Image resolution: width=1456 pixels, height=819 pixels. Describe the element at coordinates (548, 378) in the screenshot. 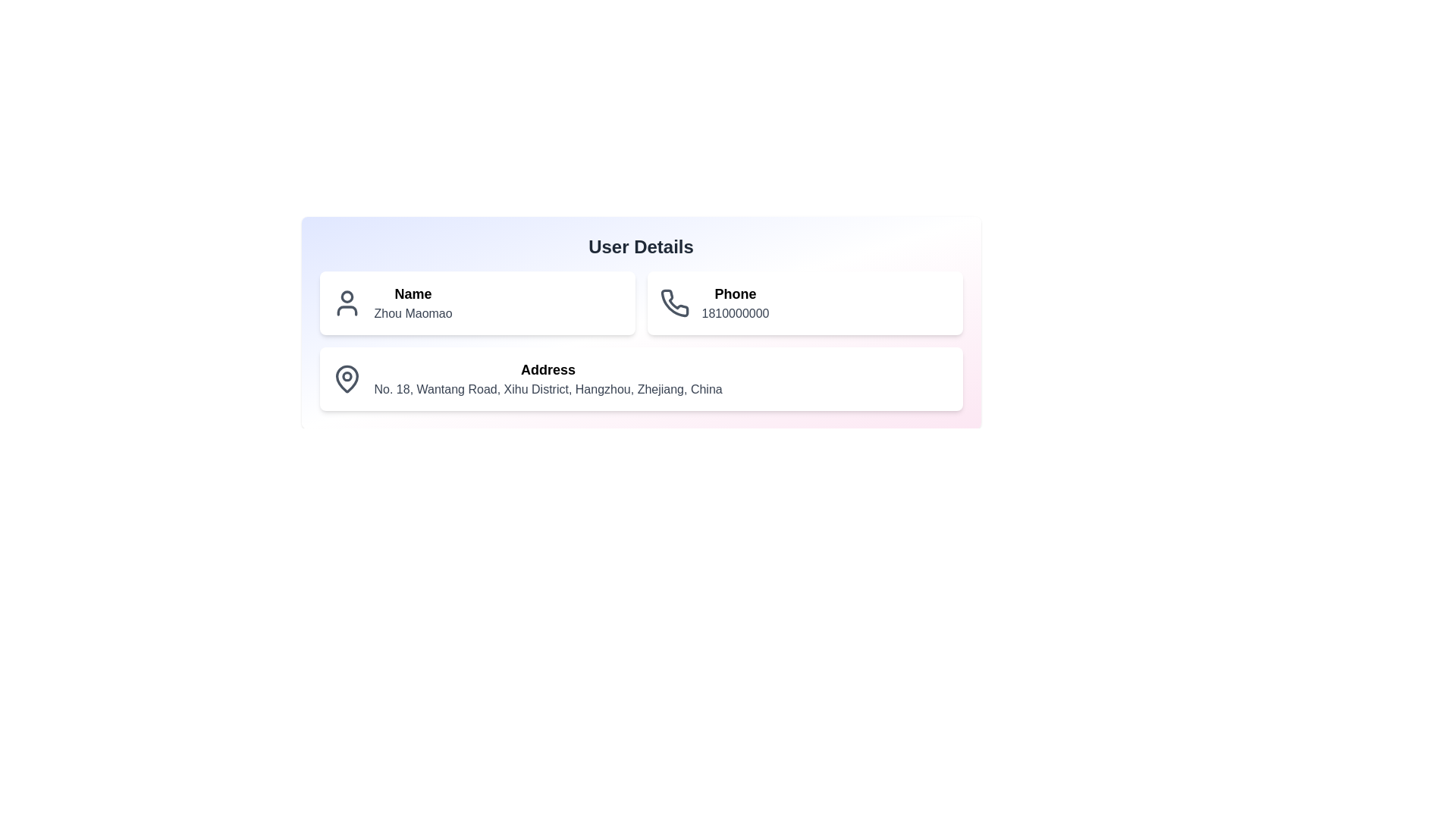

I see `the static text label element that displays address information, located in the bottom-left section of the interface within a card below the 'Name' and 'Phone' cards` at that location.